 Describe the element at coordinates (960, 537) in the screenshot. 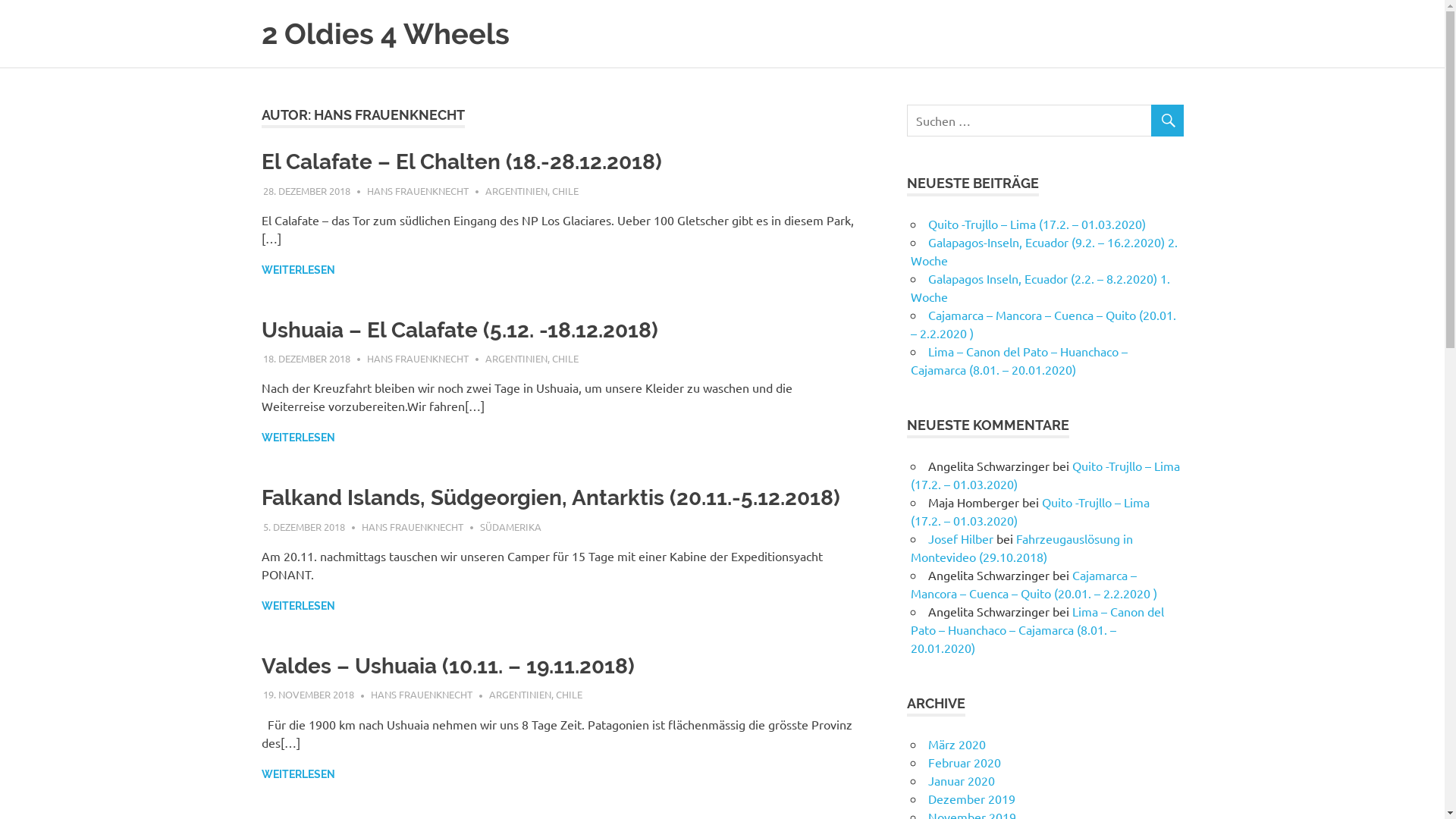

I see `'Josef Hilber'` at that location.